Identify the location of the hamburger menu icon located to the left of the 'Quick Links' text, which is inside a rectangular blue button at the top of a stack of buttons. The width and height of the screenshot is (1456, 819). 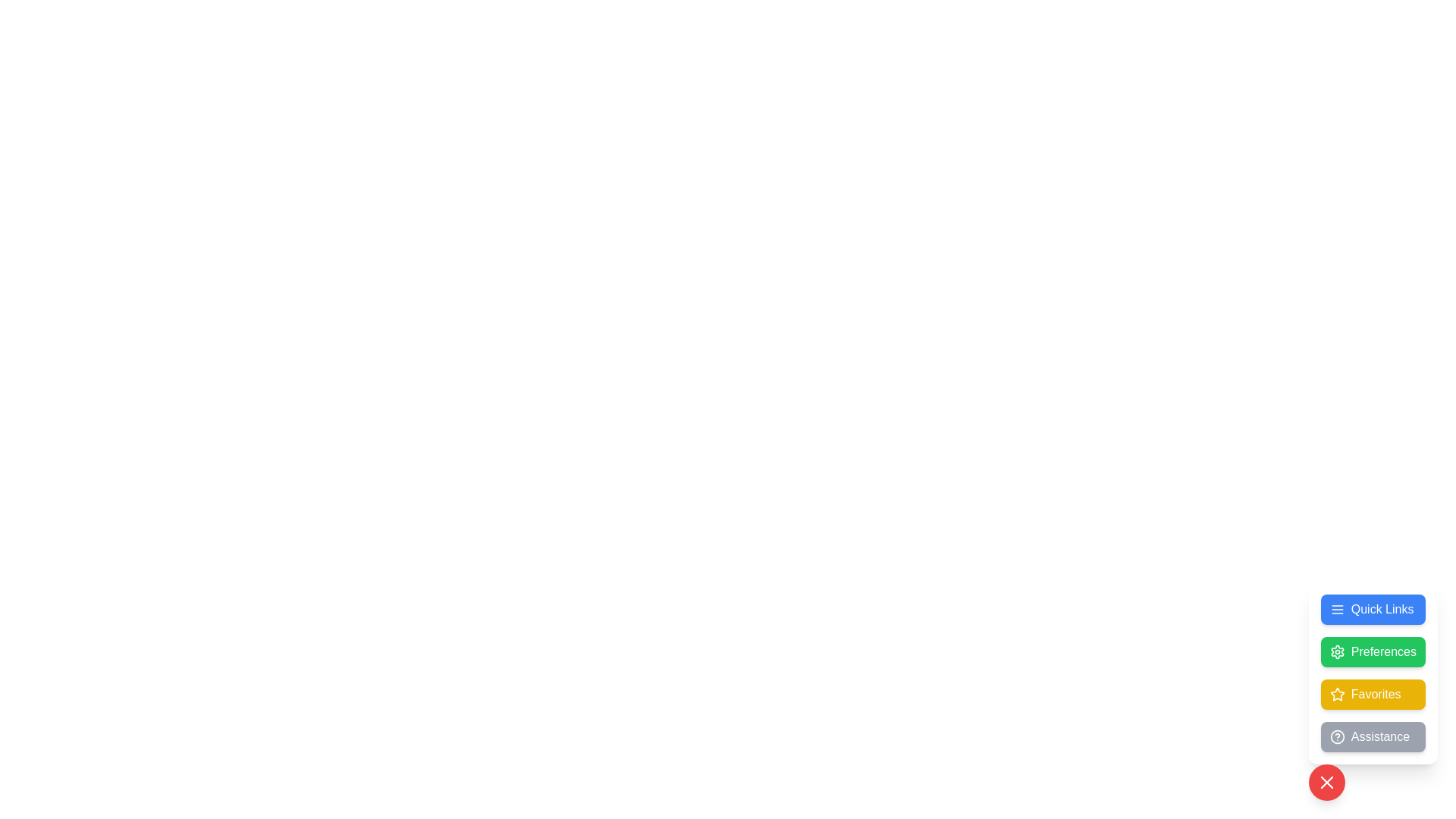
(1337, 608).